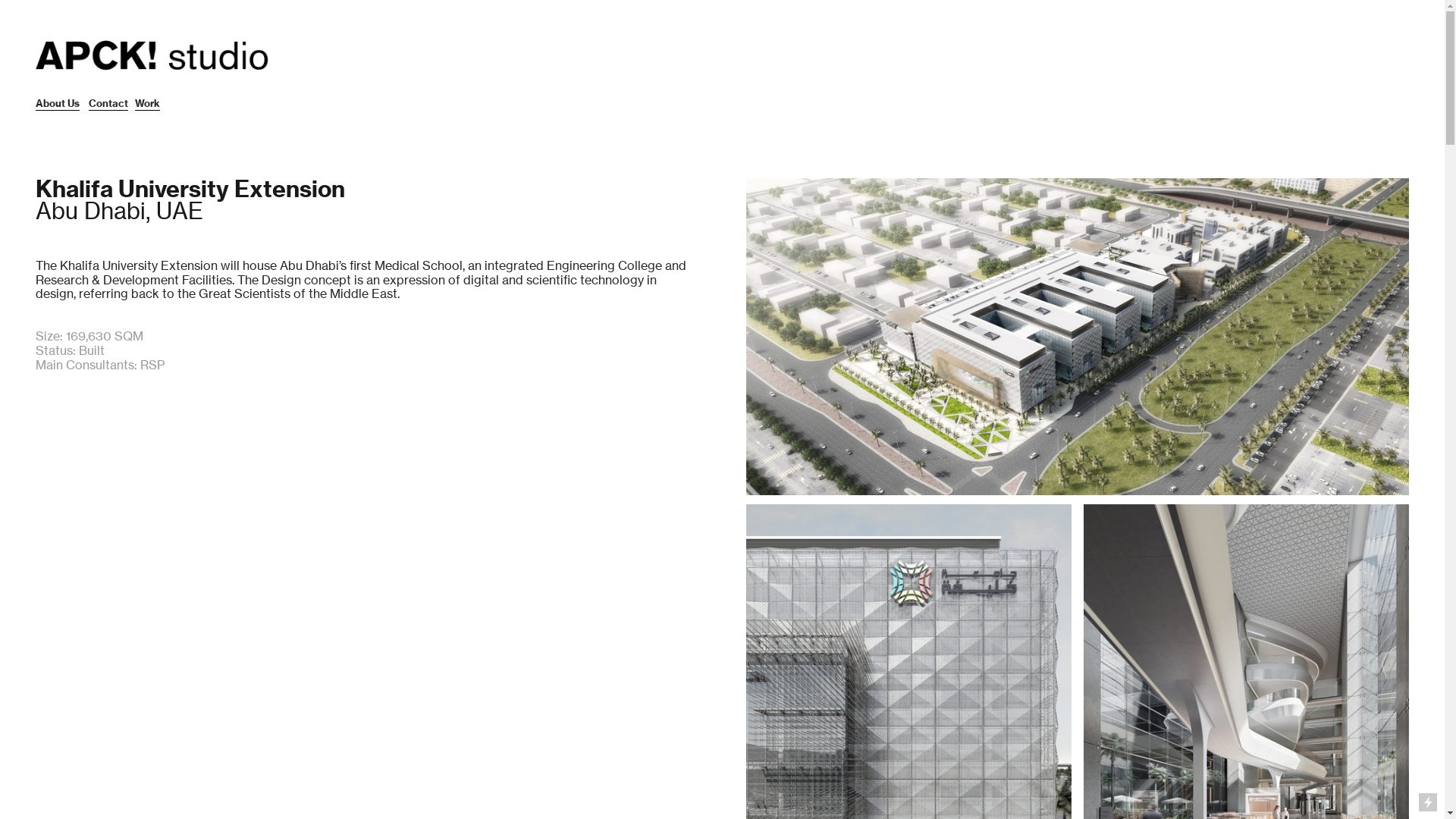 The height and width of the screenshot is (819, 1456). I want to click on 'Work', so click(147, 103).